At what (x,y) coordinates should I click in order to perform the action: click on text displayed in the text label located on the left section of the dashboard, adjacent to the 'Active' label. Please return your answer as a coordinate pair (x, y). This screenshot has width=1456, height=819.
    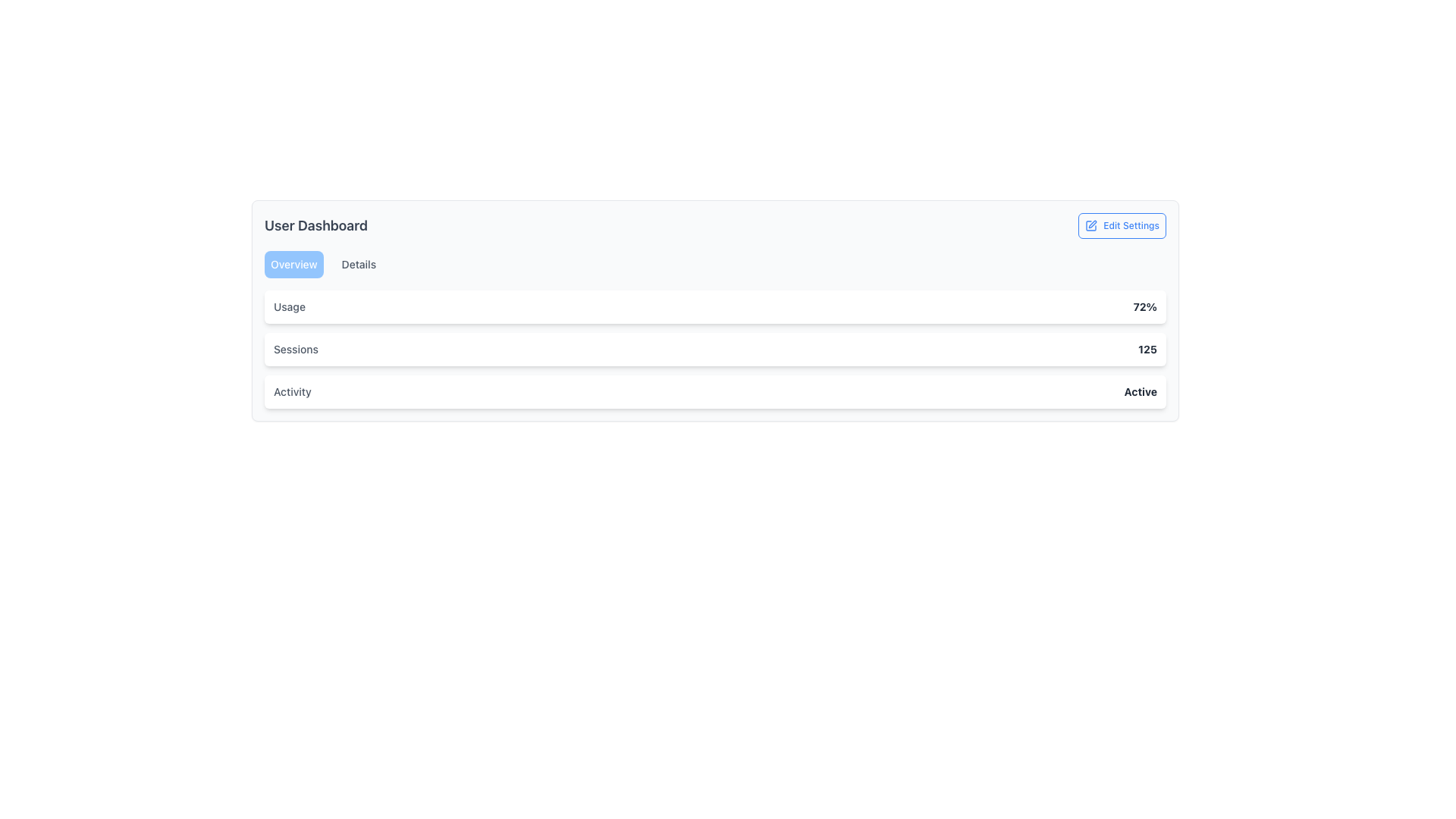
    Looking at the image, I should click on (292, 391).